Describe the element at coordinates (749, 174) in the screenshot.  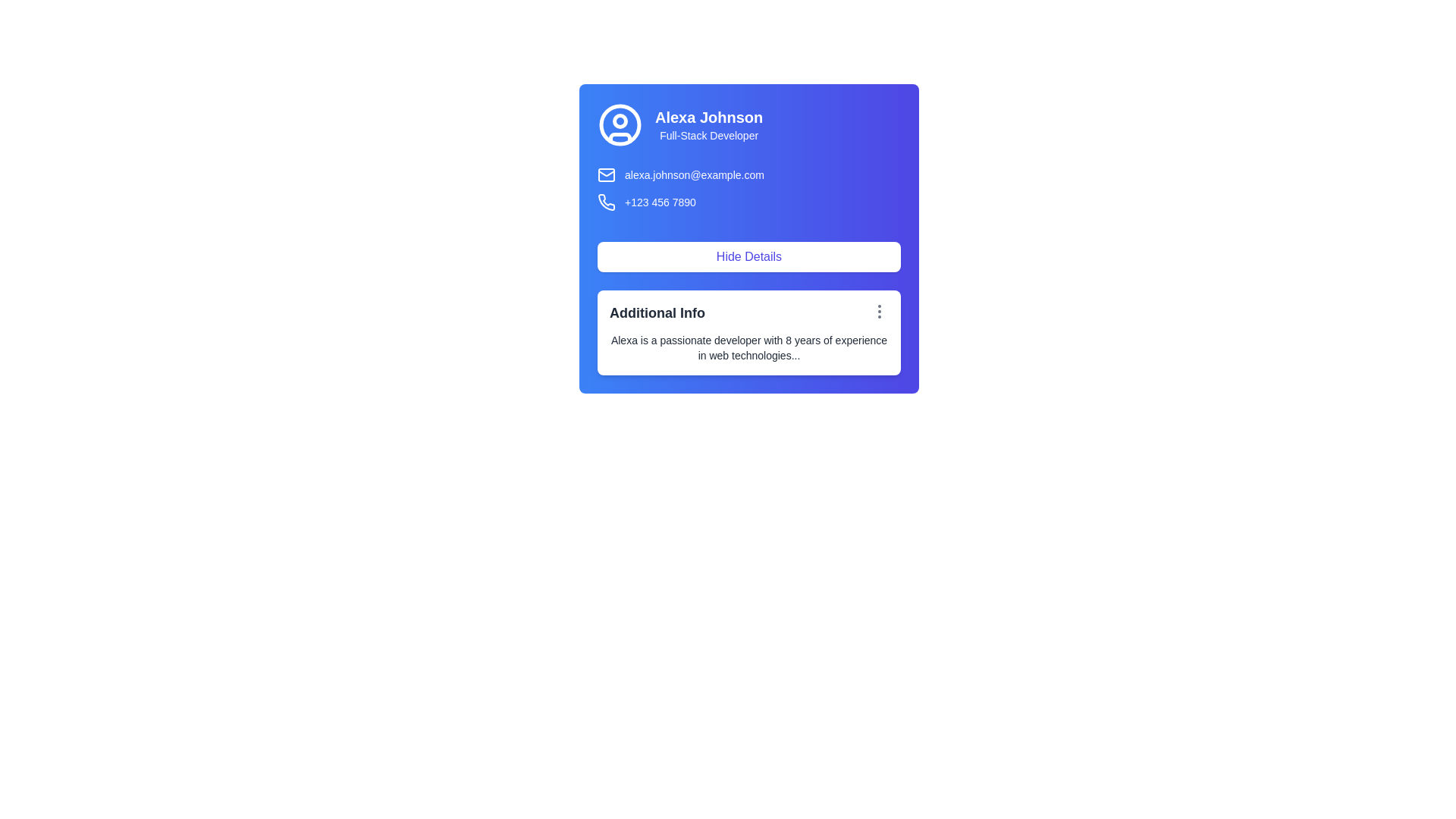
I see `the email entry element displaying 'alexa.johnson@example.com' with an envelope icon, located` at that location.